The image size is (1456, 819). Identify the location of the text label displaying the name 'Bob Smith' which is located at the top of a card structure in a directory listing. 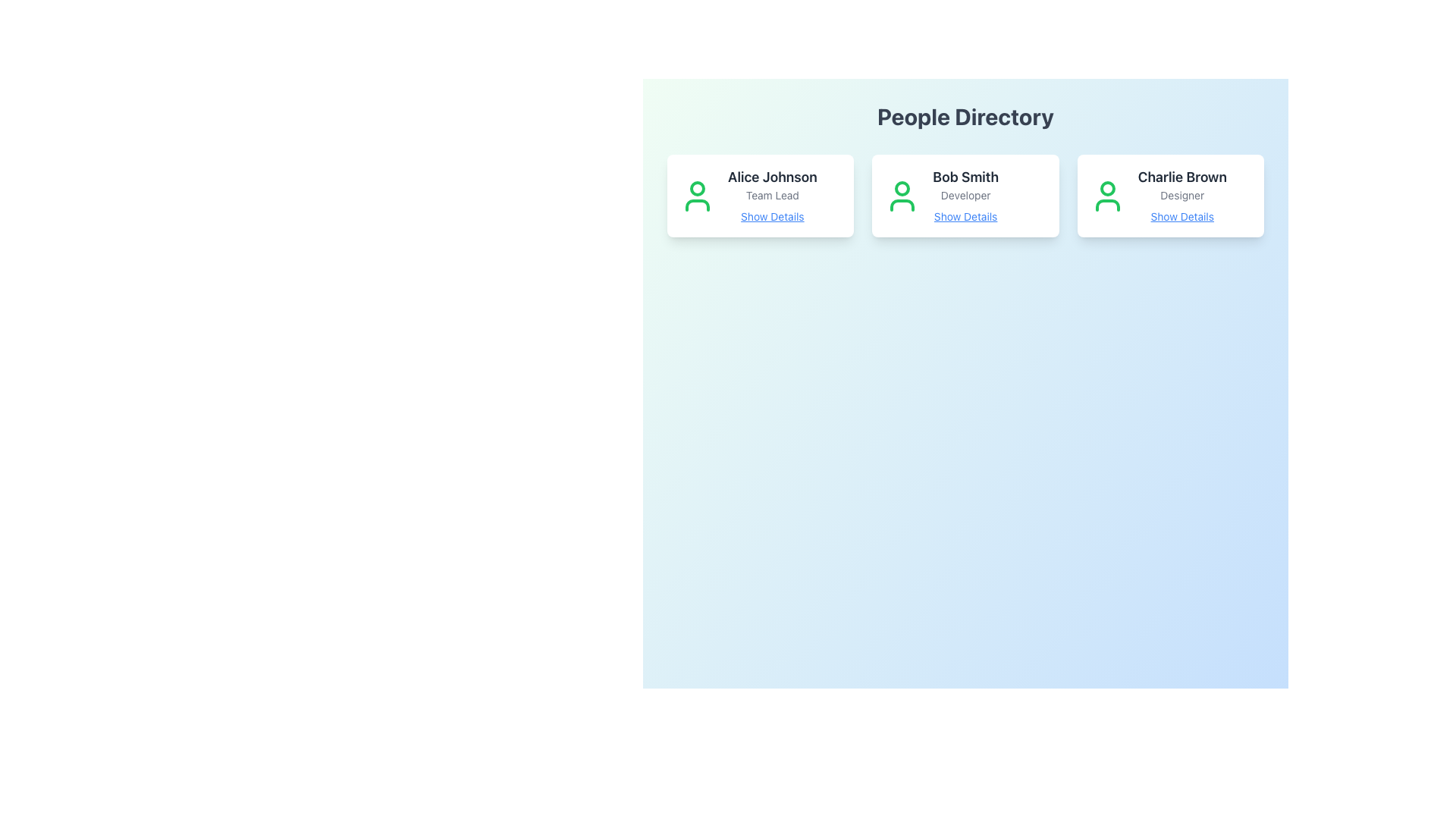
(965, 177).